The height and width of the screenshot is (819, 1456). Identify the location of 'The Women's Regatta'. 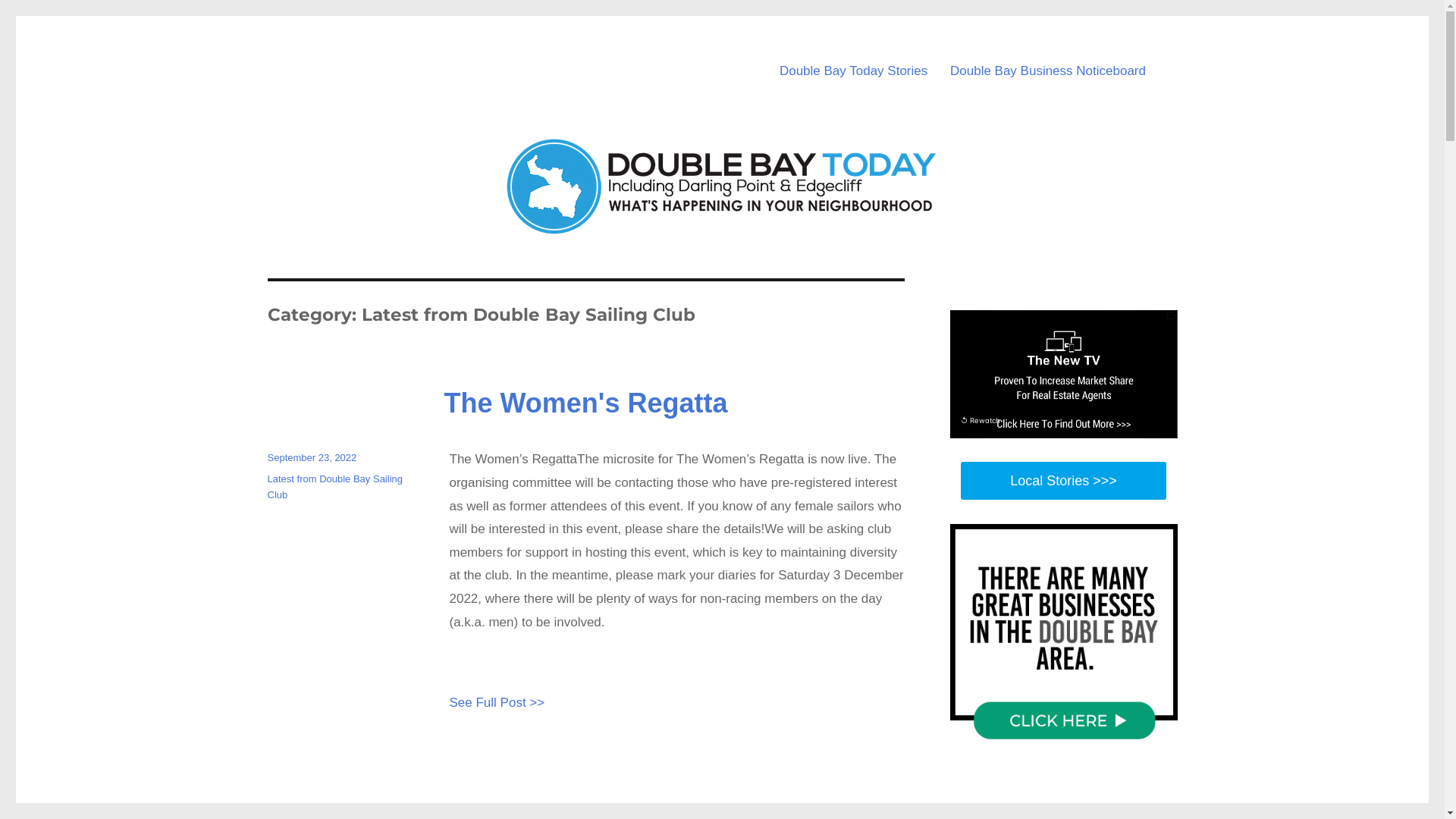
(443, 401).